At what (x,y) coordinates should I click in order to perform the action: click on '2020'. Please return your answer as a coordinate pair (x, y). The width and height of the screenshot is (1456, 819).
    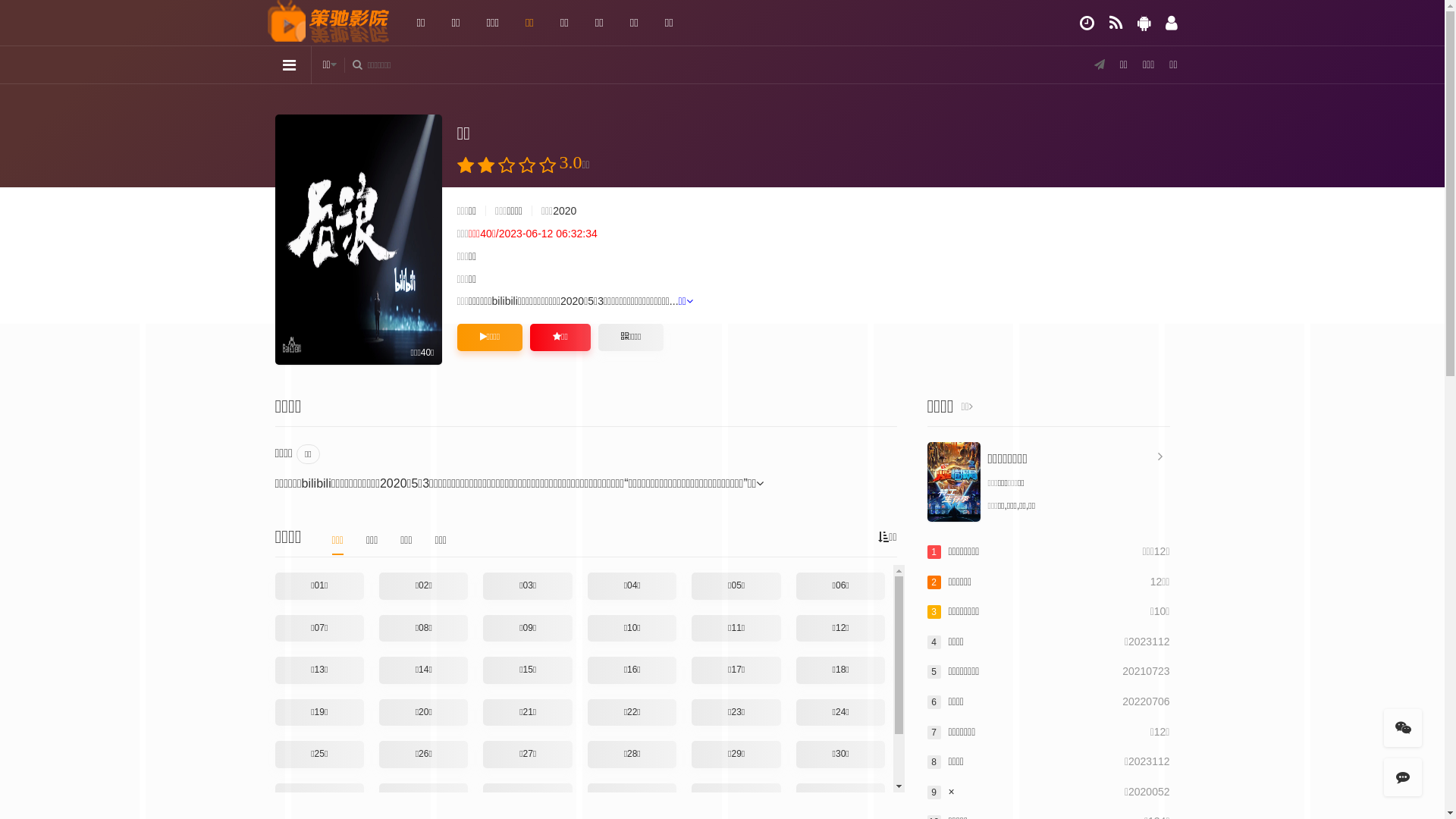
    Looking at the image, I should click on (563, 210).